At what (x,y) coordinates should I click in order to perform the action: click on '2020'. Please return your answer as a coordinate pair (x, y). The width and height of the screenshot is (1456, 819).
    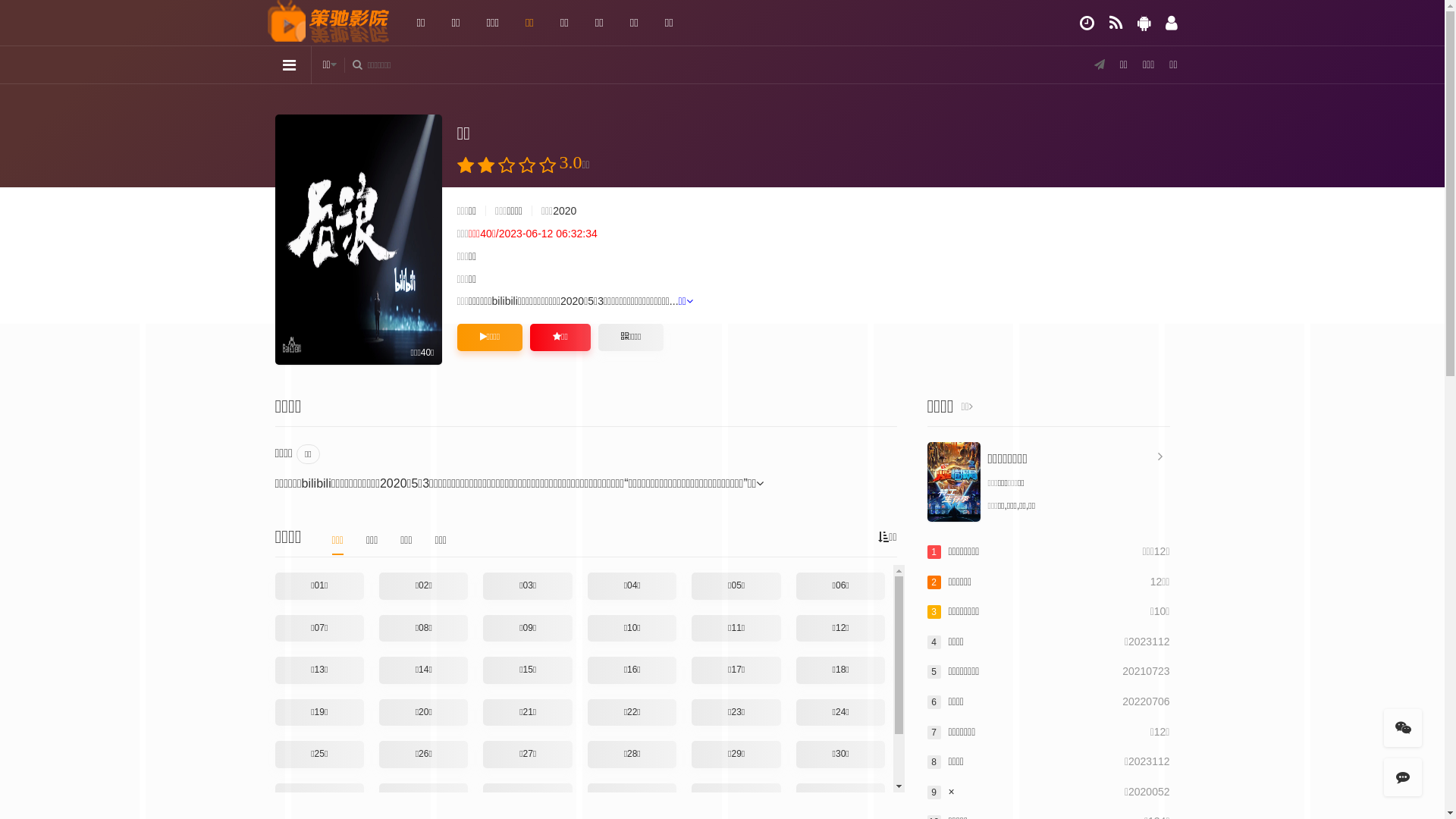
    Looking at the image, I should click on (563, 210).